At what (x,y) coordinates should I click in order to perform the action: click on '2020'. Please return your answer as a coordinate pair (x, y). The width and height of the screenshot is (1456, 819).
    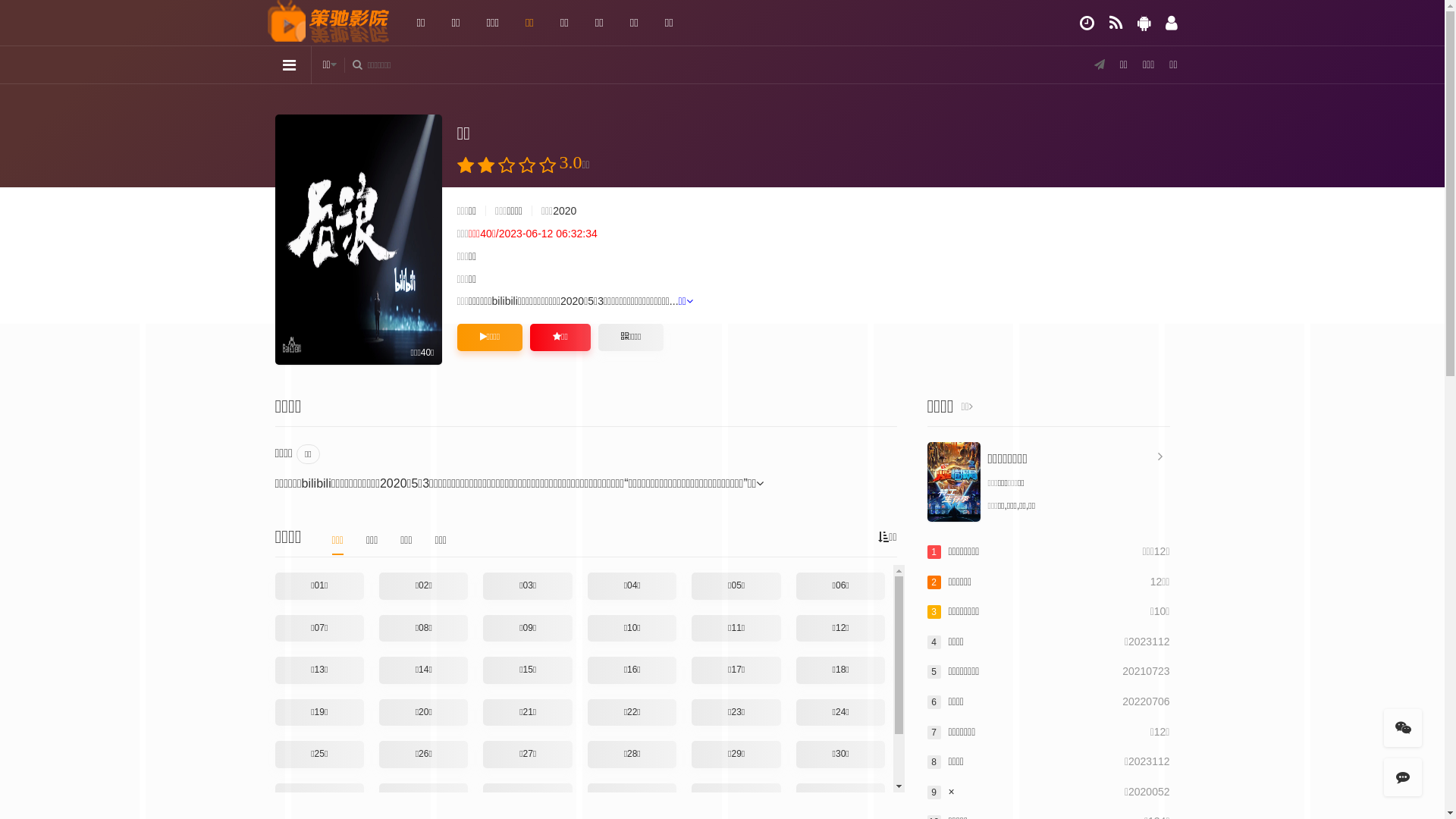
    Looking at the image, I should click on (563, 210).